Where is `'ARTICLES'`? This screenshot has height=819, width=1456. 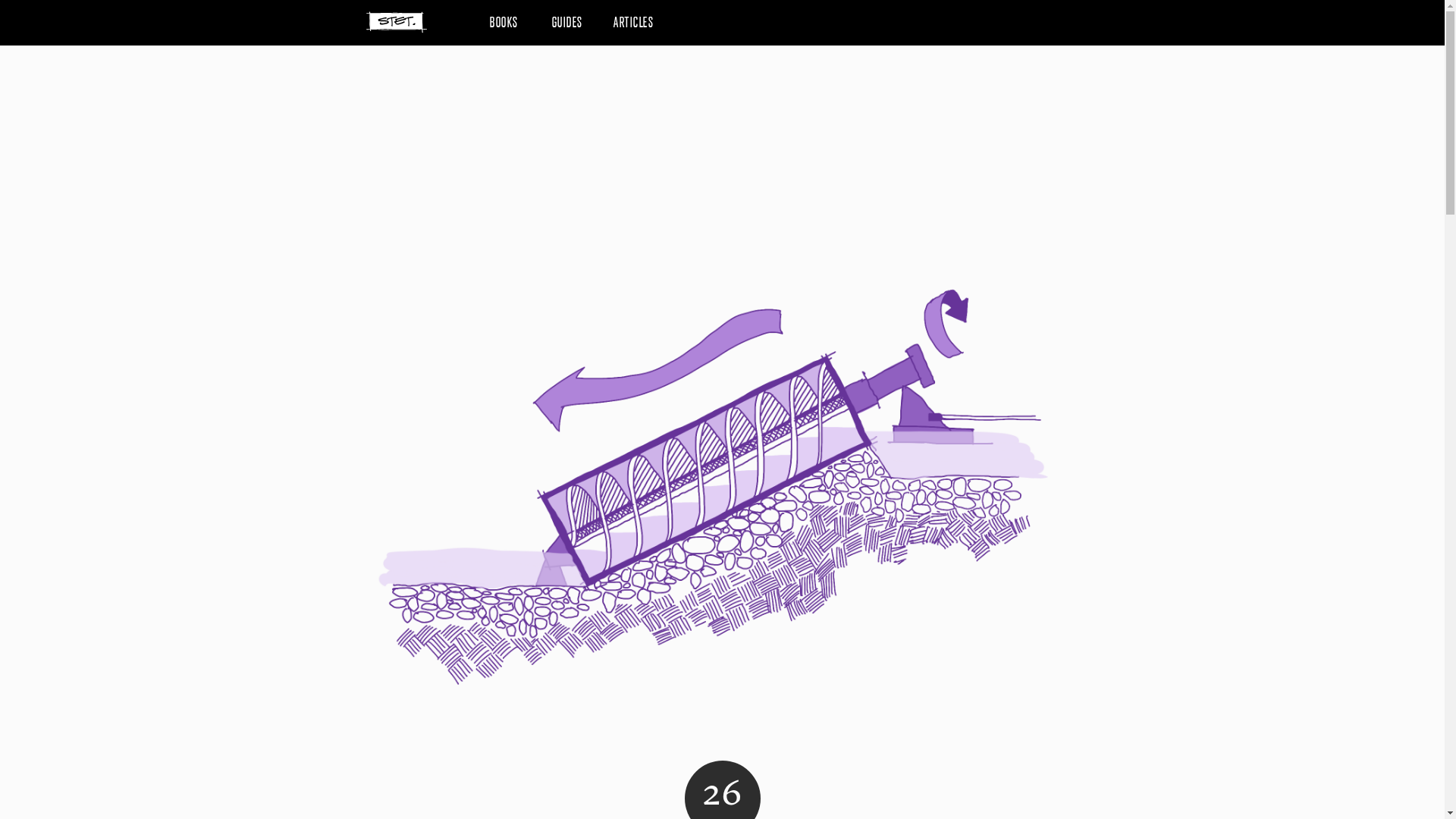 'ARTICLES' is located at coordinates (632, 21).